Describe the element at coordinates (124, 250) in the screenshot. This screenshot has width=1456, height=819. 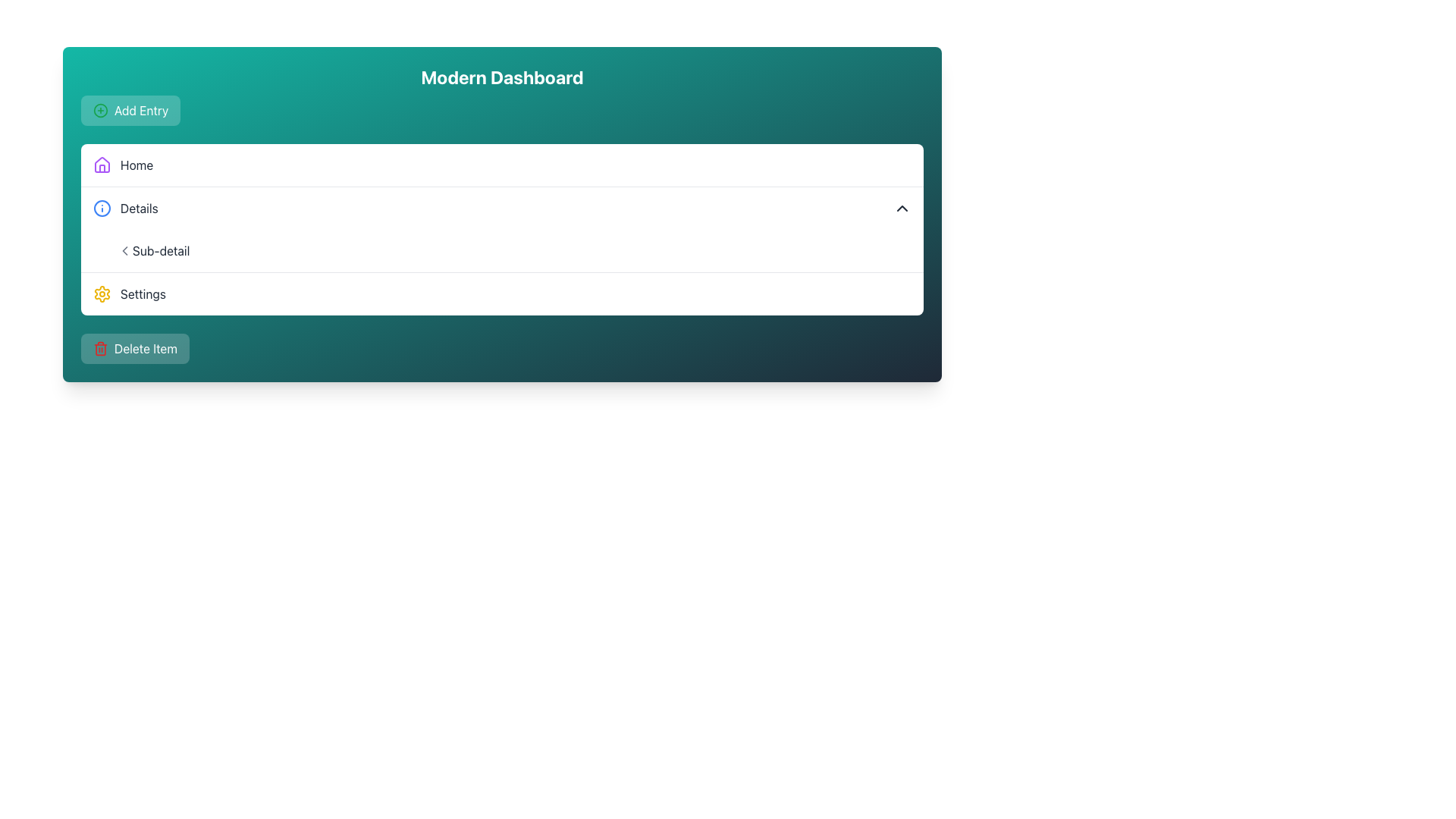
I see `the navigational icon located inside the 'Sub-detail' row at the far left, immediately preceding the text label` at that location.